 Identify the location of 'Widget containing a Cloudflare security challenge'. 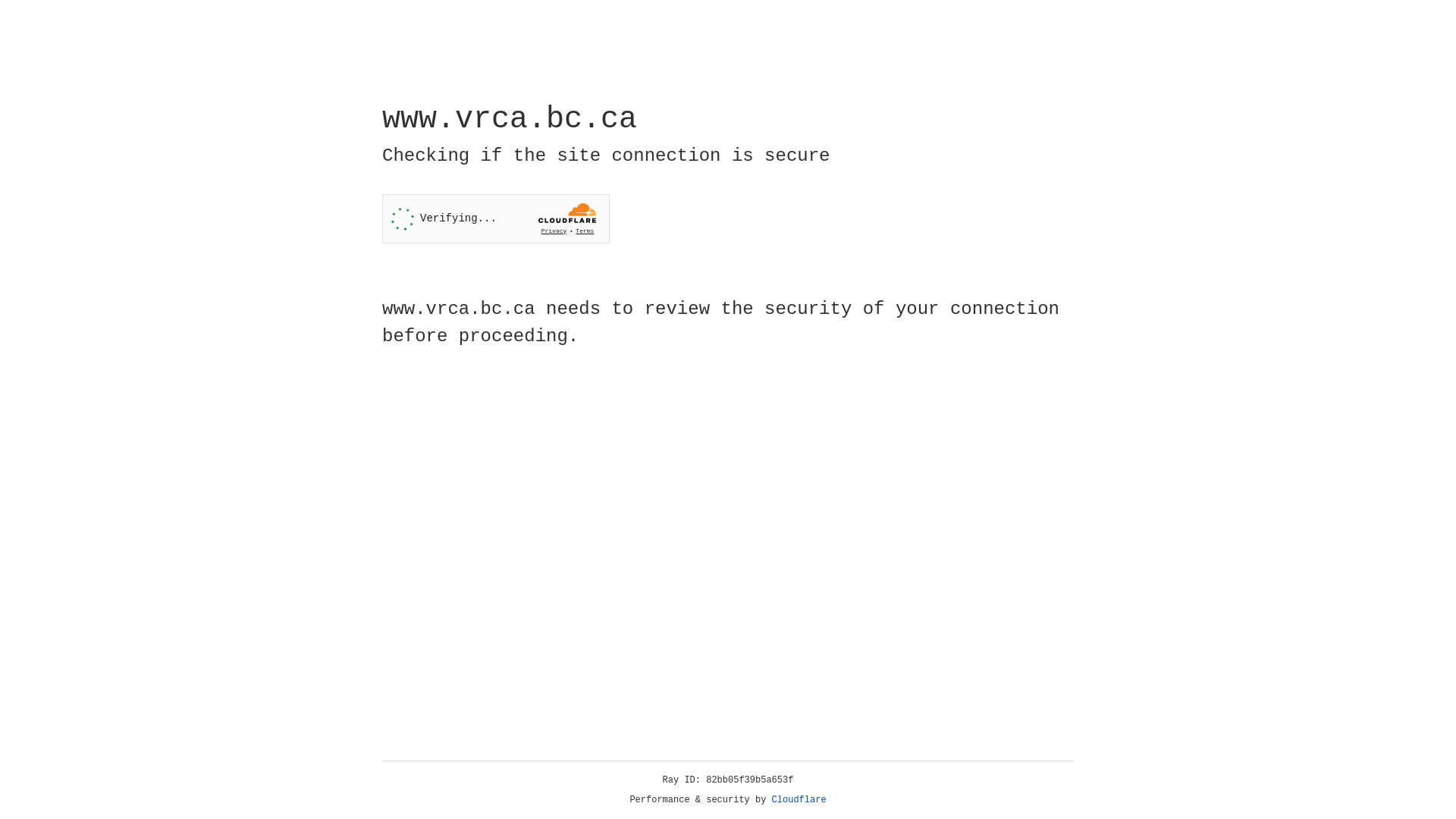
(495, 218).